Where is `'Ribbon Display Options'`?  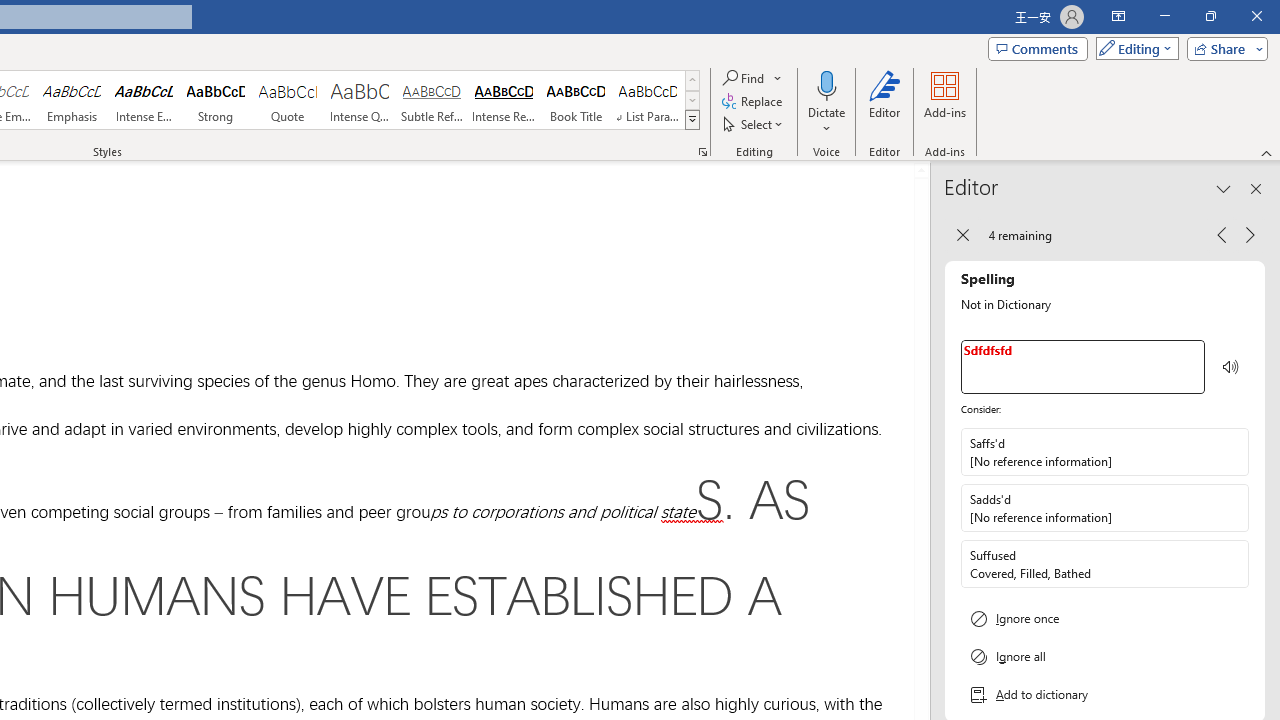
'Ribbon Display Options' is located at coordinates (1117, 16).